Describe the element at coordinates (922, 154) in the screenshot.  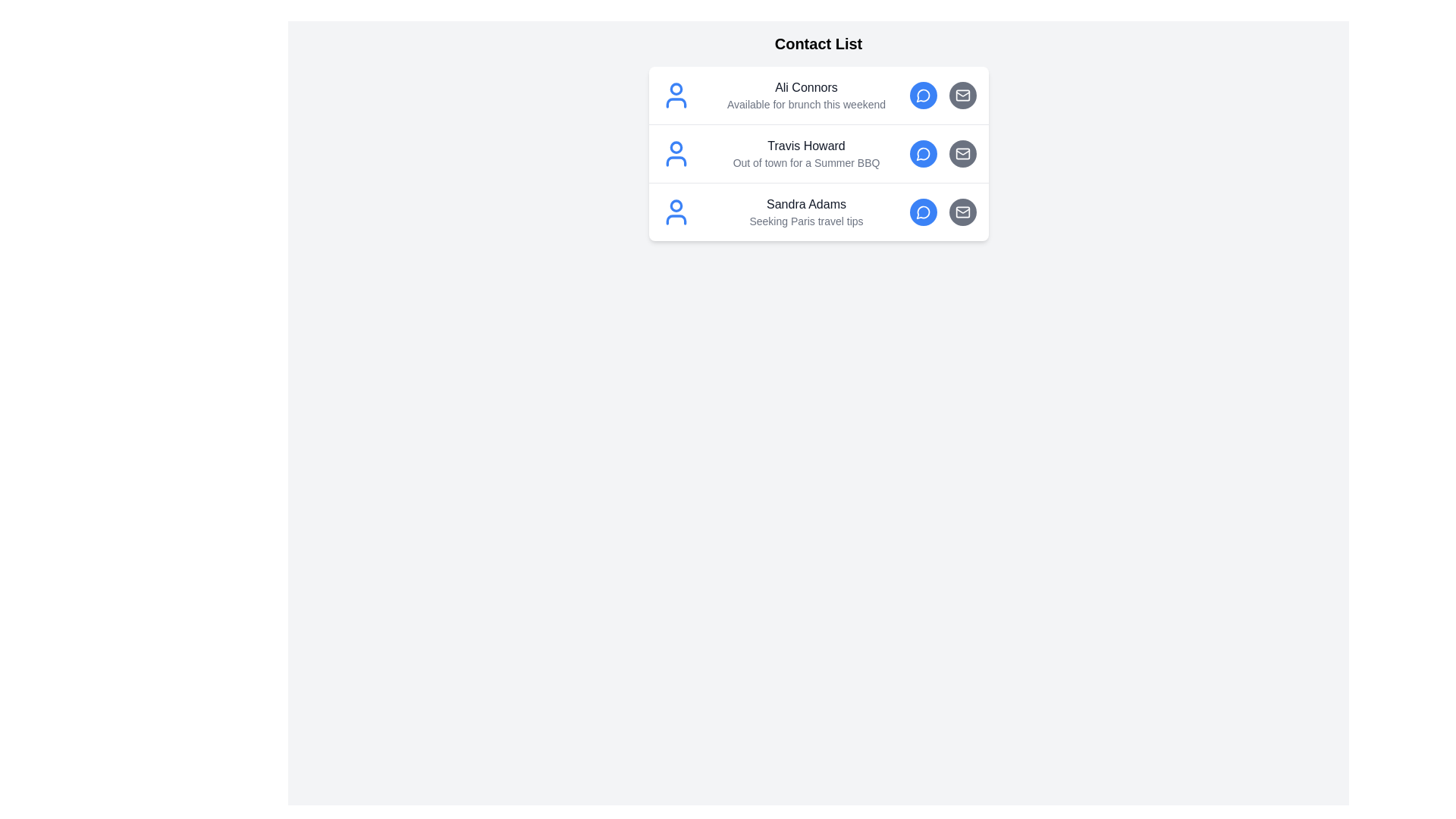
I see `the chat icon within the button located to the right of 'Travis Howard'` at that location.